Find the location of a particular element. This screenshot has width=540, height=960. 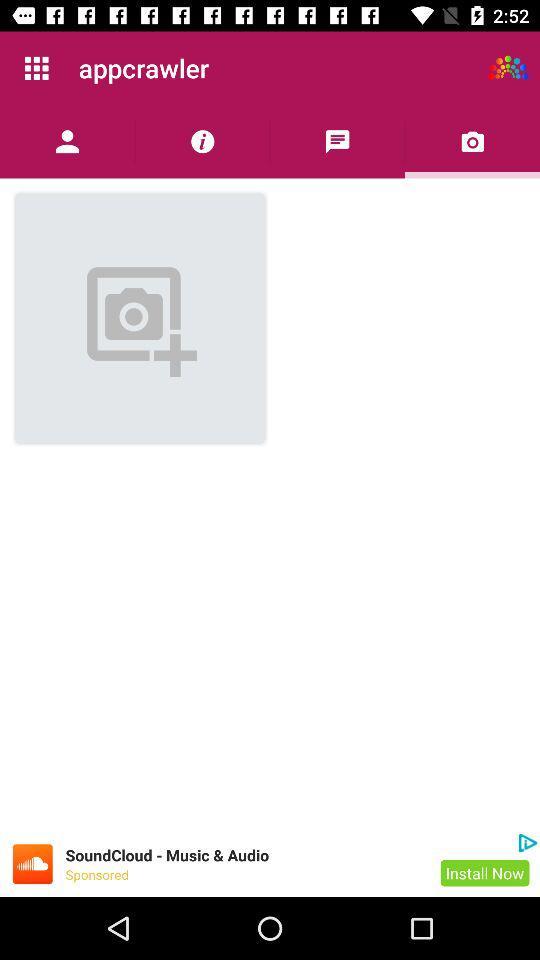

chat/message is located at coordinates (337, 140).